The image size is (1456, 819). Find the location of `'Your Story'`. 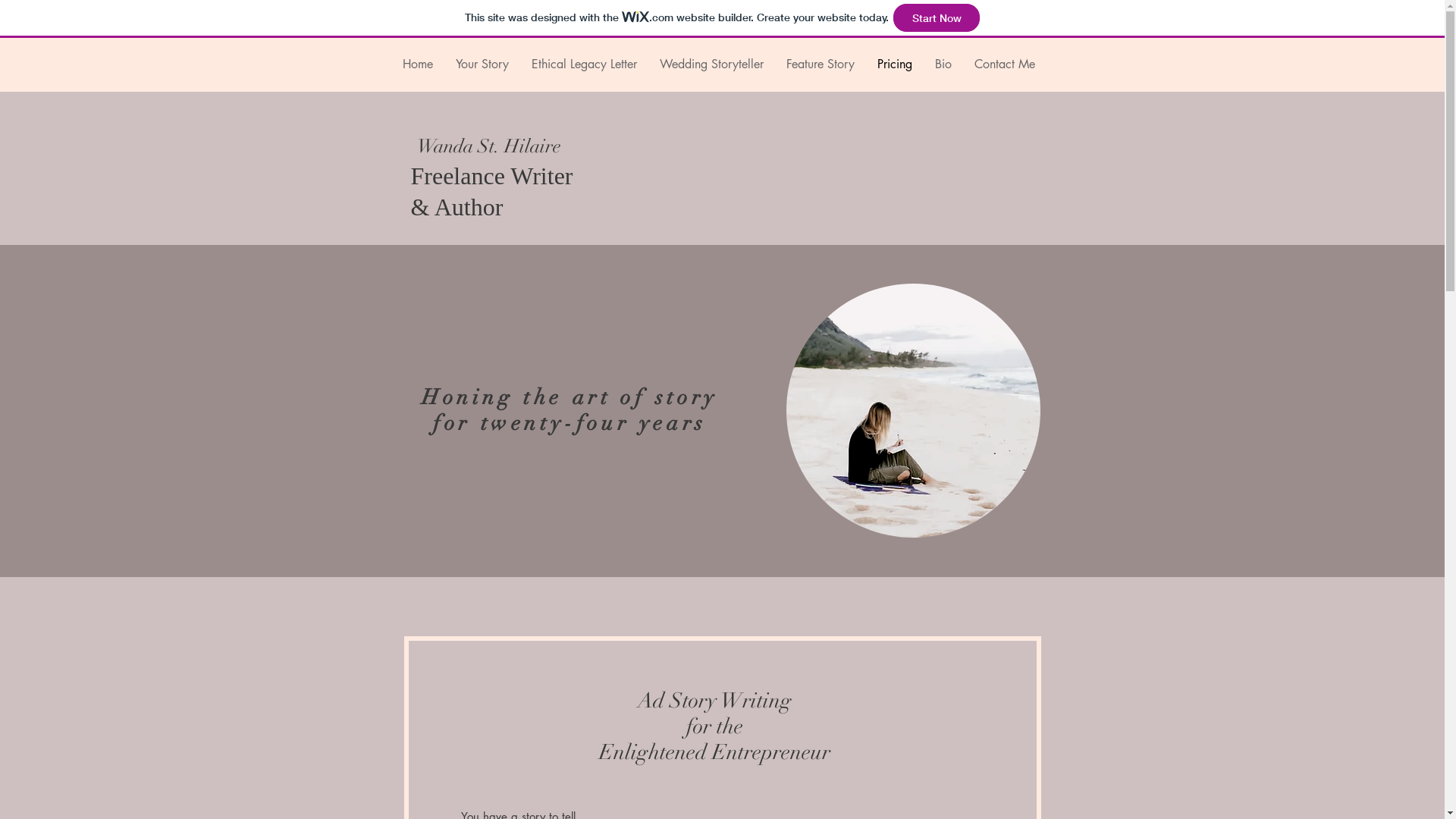

'Your Story' is located at coordinates (482, 63).